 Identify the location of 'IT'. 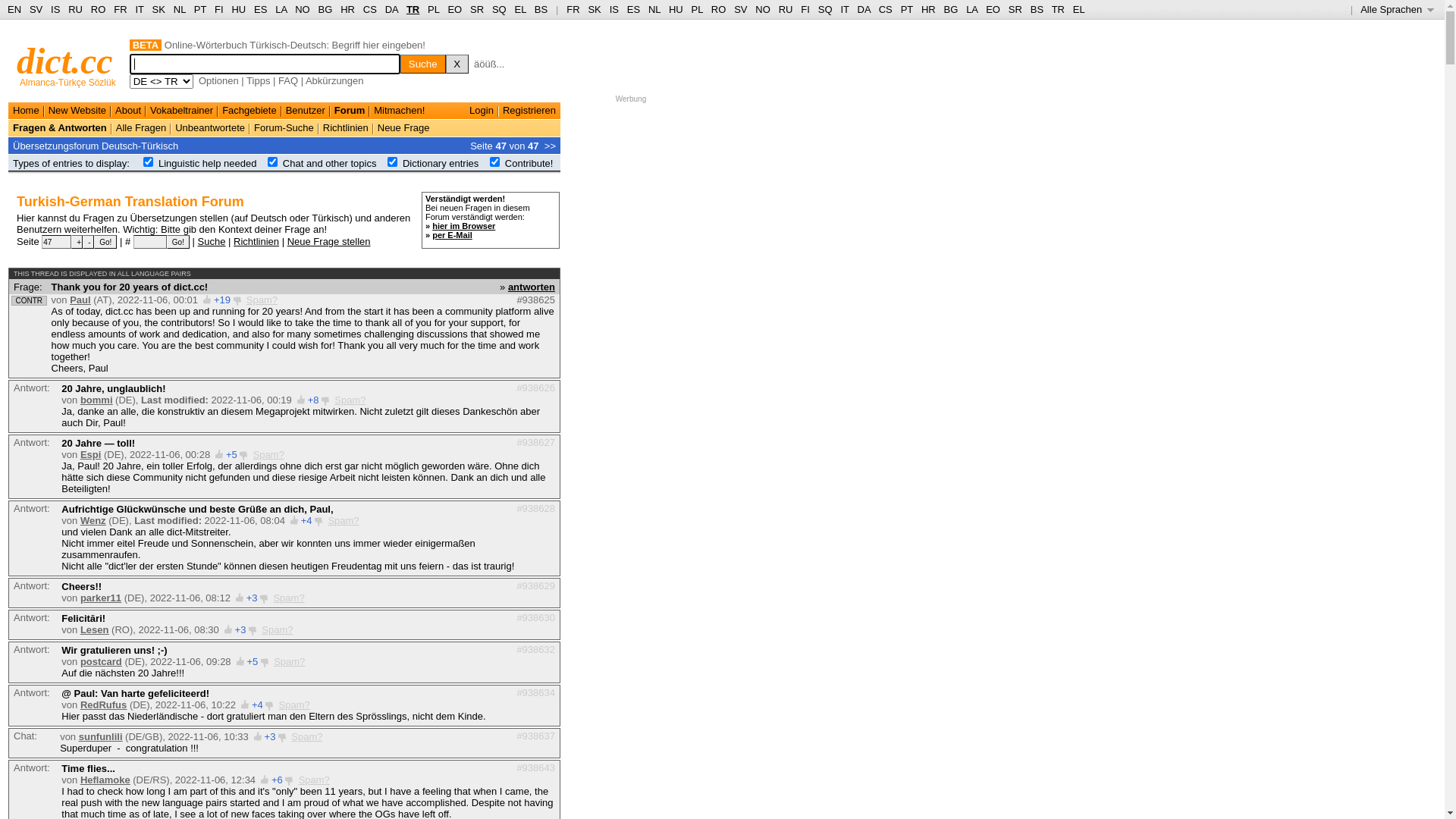
(139, 9).